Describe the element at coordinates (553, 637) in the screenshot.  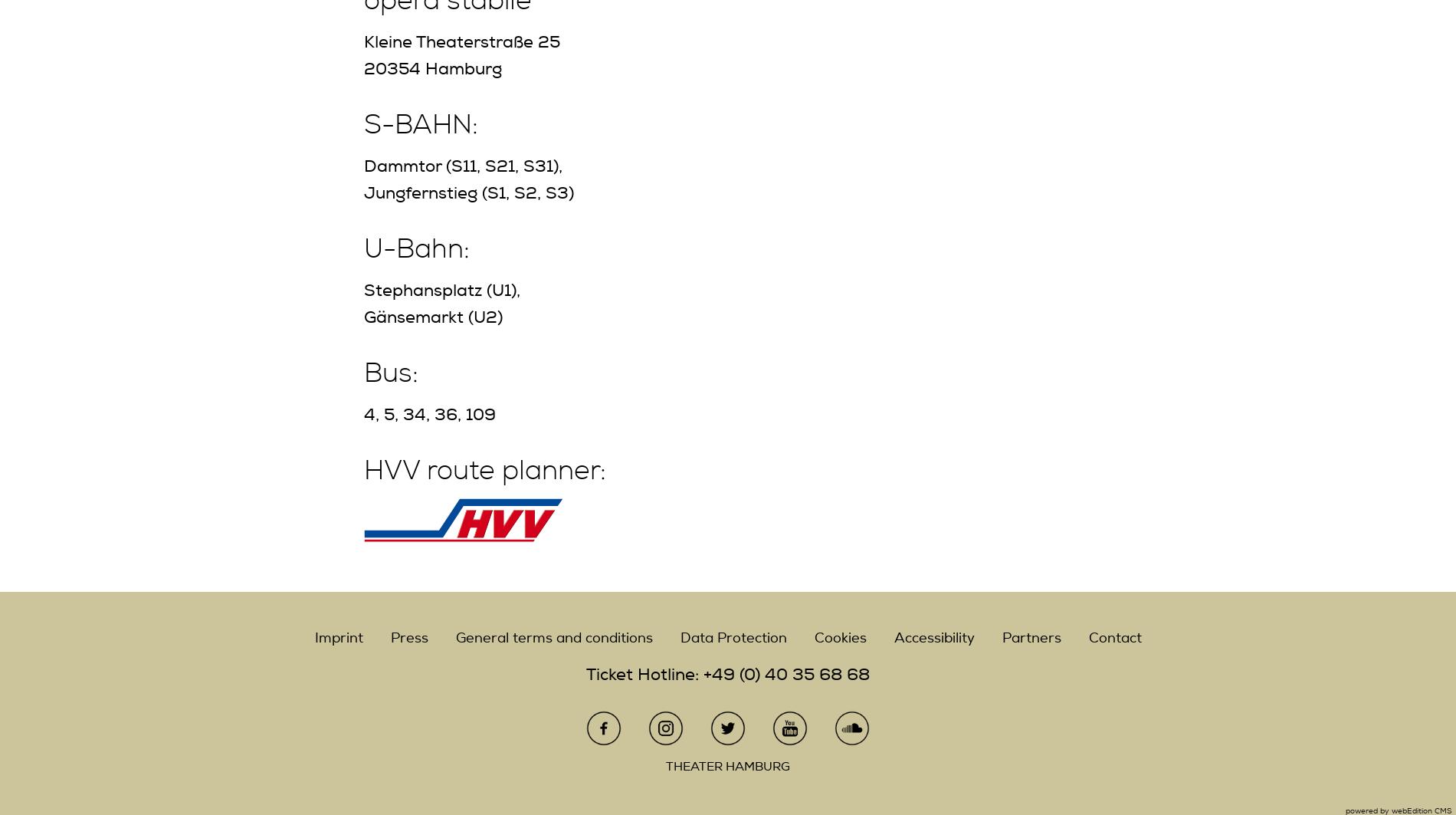
I see `'General terms and conditions'` at that location.